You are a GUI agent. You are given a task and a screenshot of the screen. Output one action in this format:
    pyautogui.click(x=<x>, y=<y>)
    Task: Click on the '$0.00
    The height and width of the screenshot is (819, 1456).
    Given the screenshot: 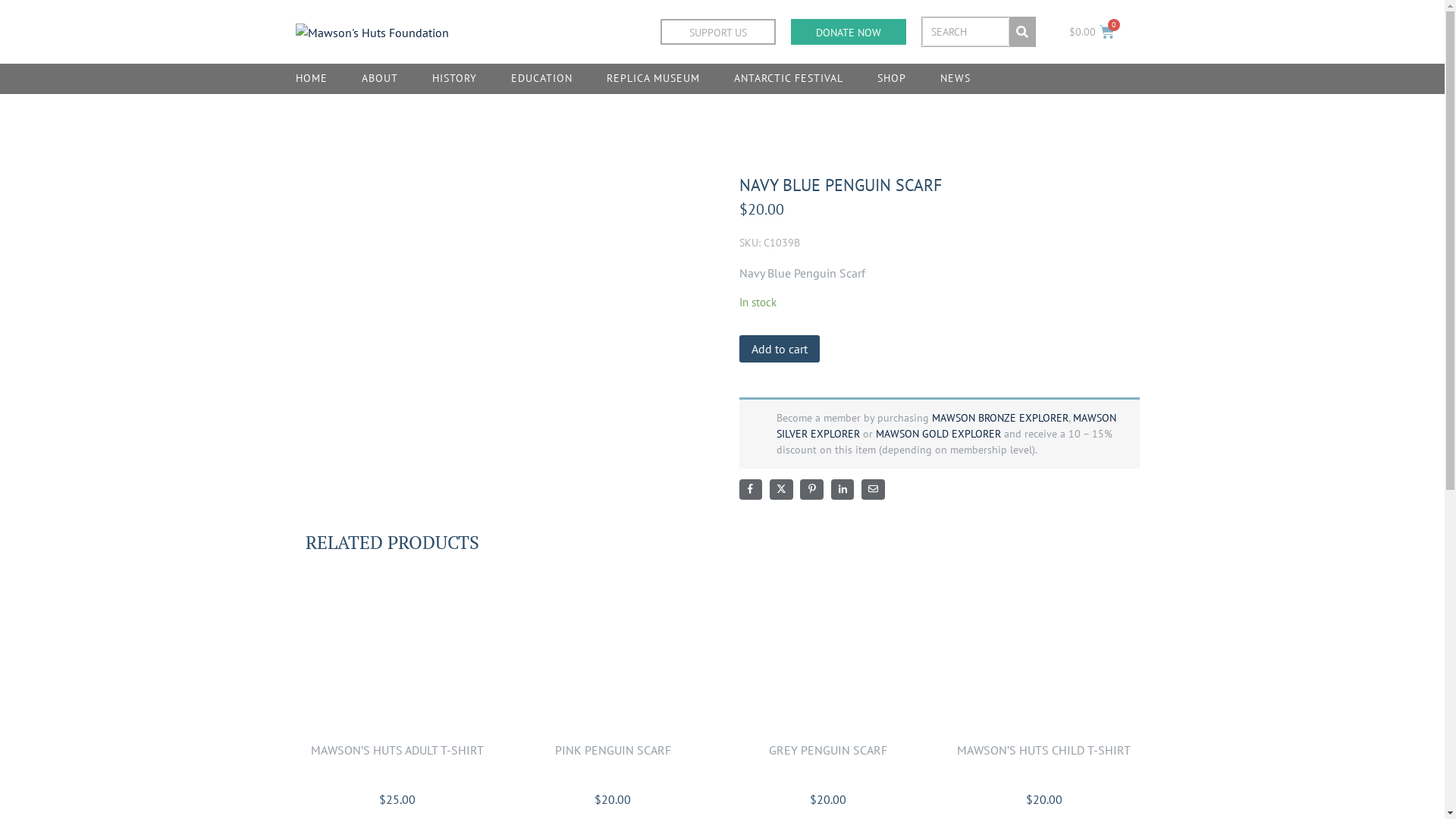 What is the action you would take?
    pyautogui.click(x=1090, y=32)
    